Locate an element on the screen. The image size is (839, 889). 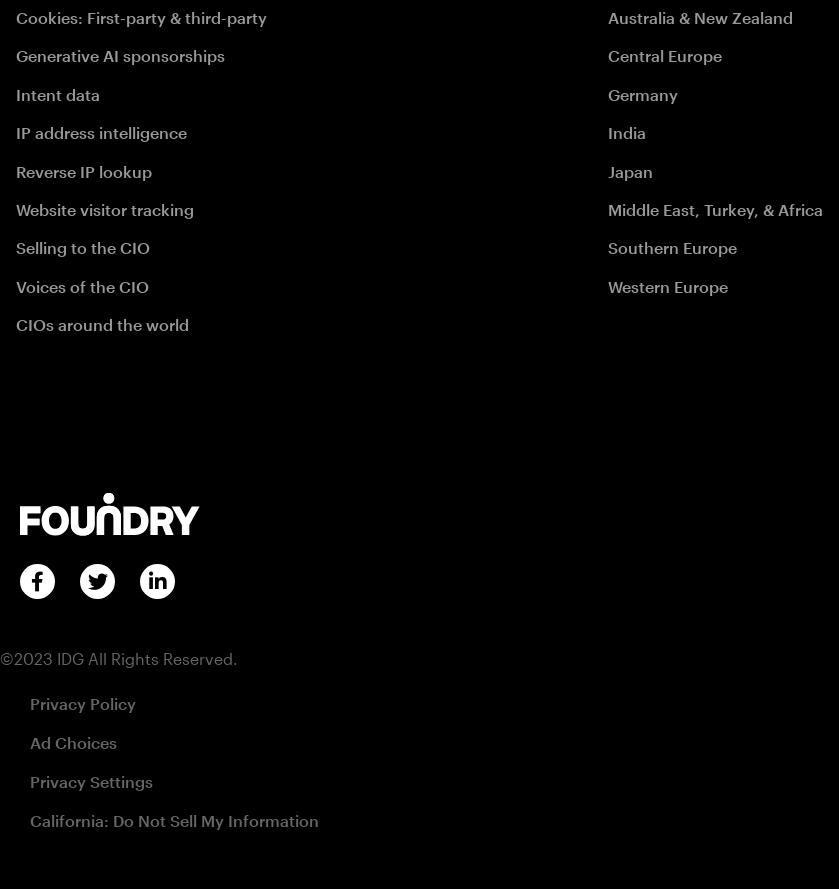
'Ad Choices' is located at coordinates (73, 741).